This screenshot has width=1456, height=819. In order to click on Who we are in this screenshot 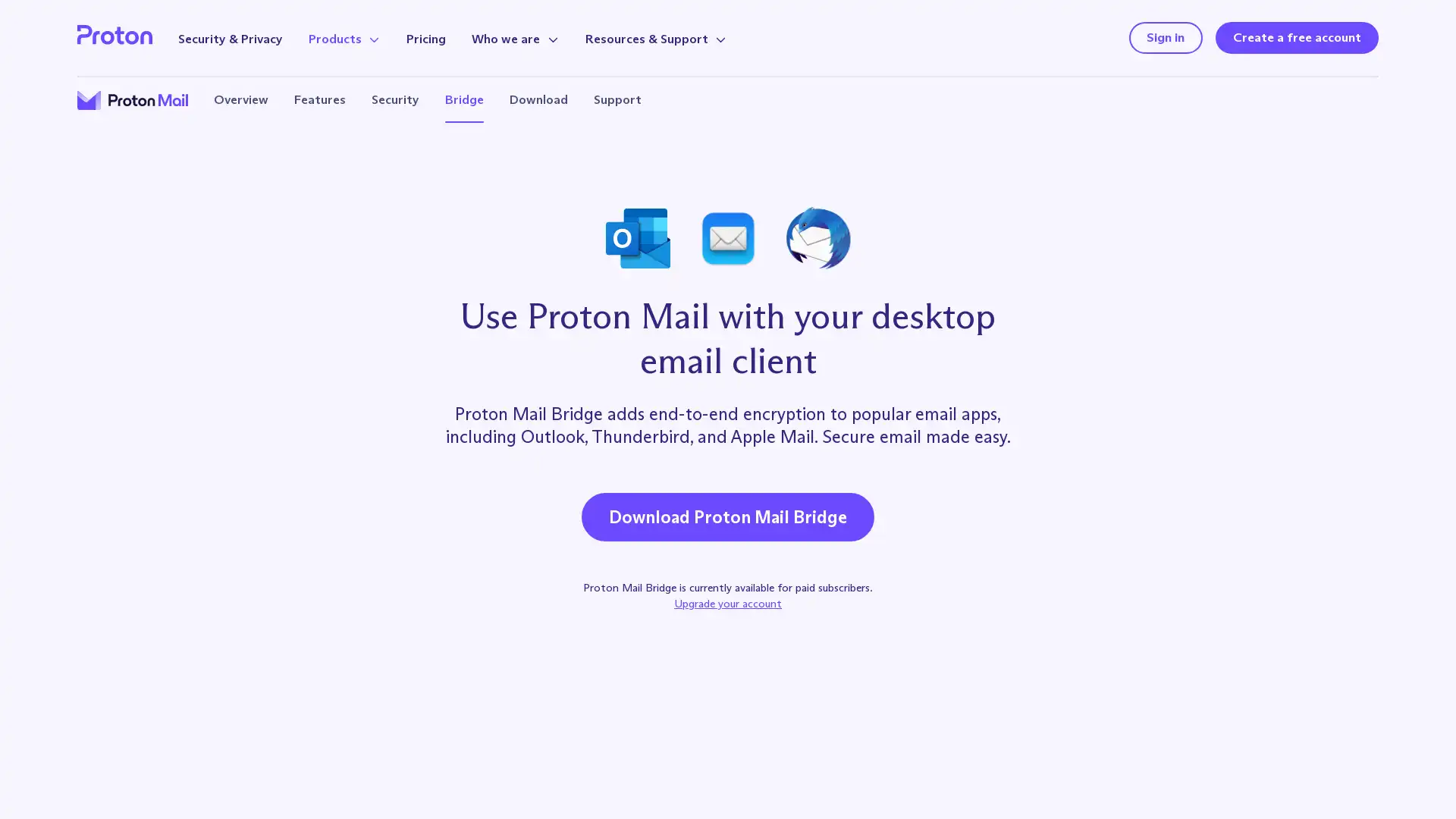, I will do `click(515, 38)`.